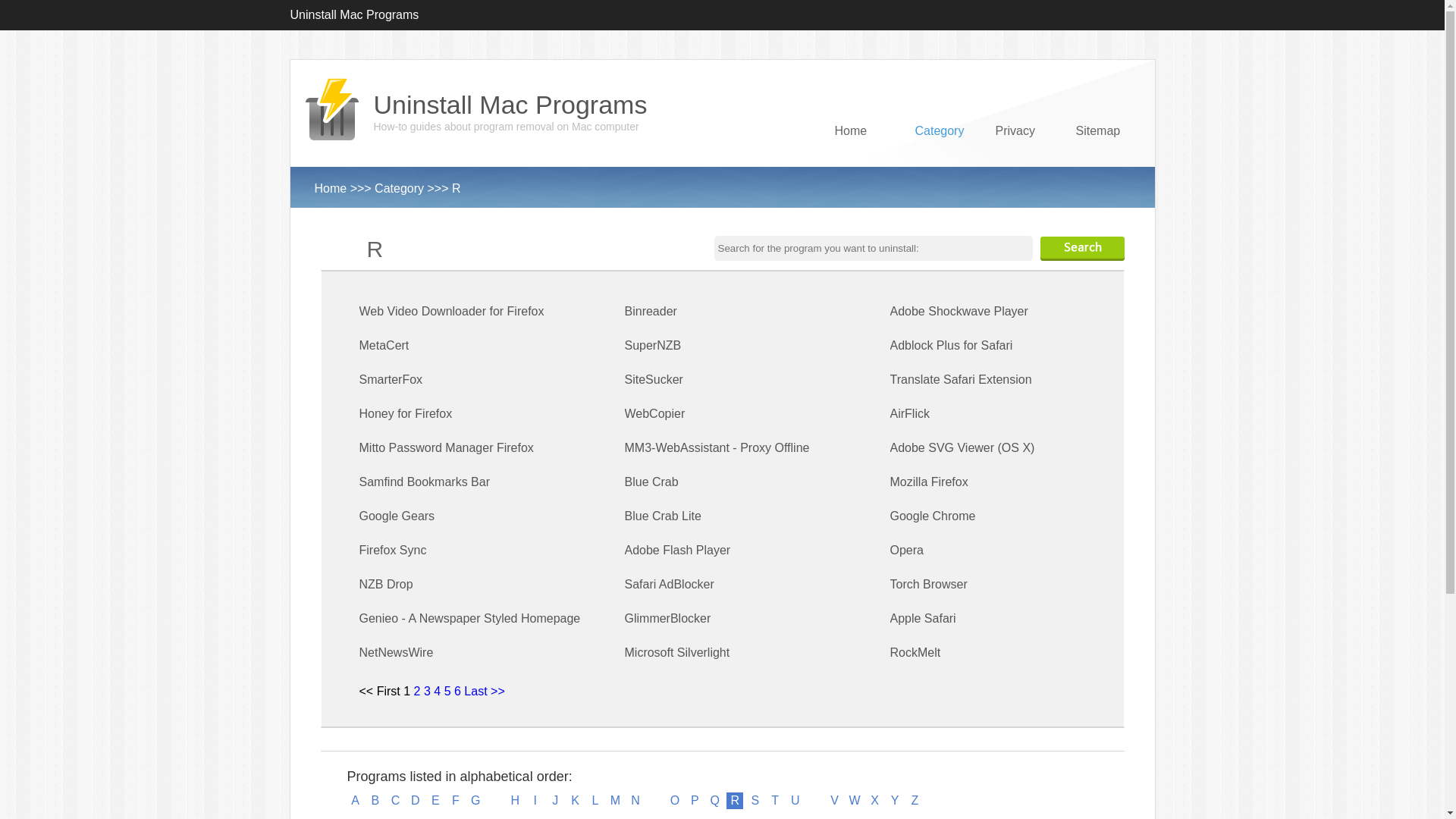  What do you see at coordinates (962, 447) in the screenshot?
I see `'Adobe SVG Viewer (OS X)'` at bounding box center [962, 447].